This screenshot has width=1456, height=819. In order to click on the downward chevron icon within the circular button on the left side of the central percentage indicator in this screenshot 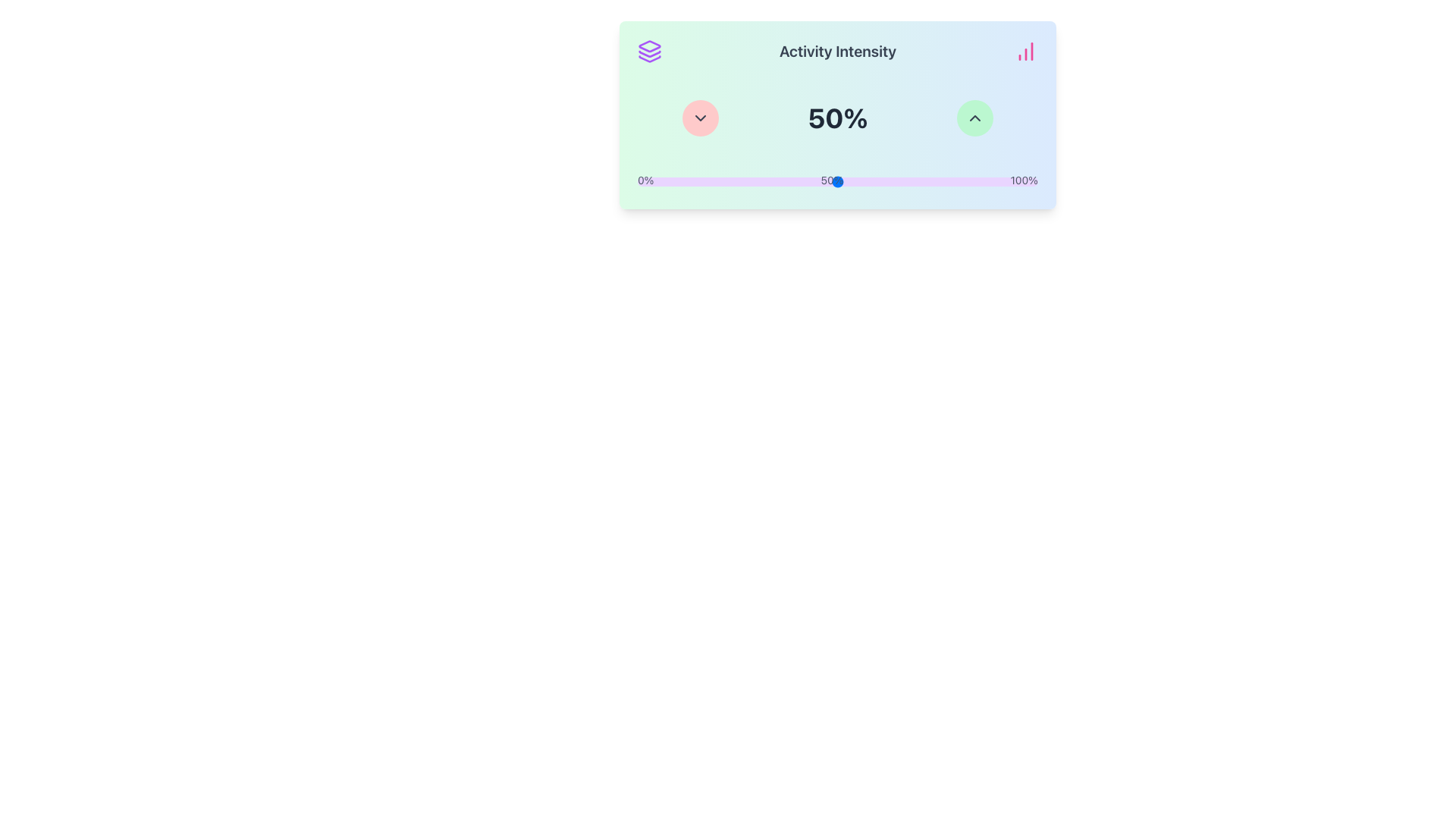, I will do `click(699, 117)`.